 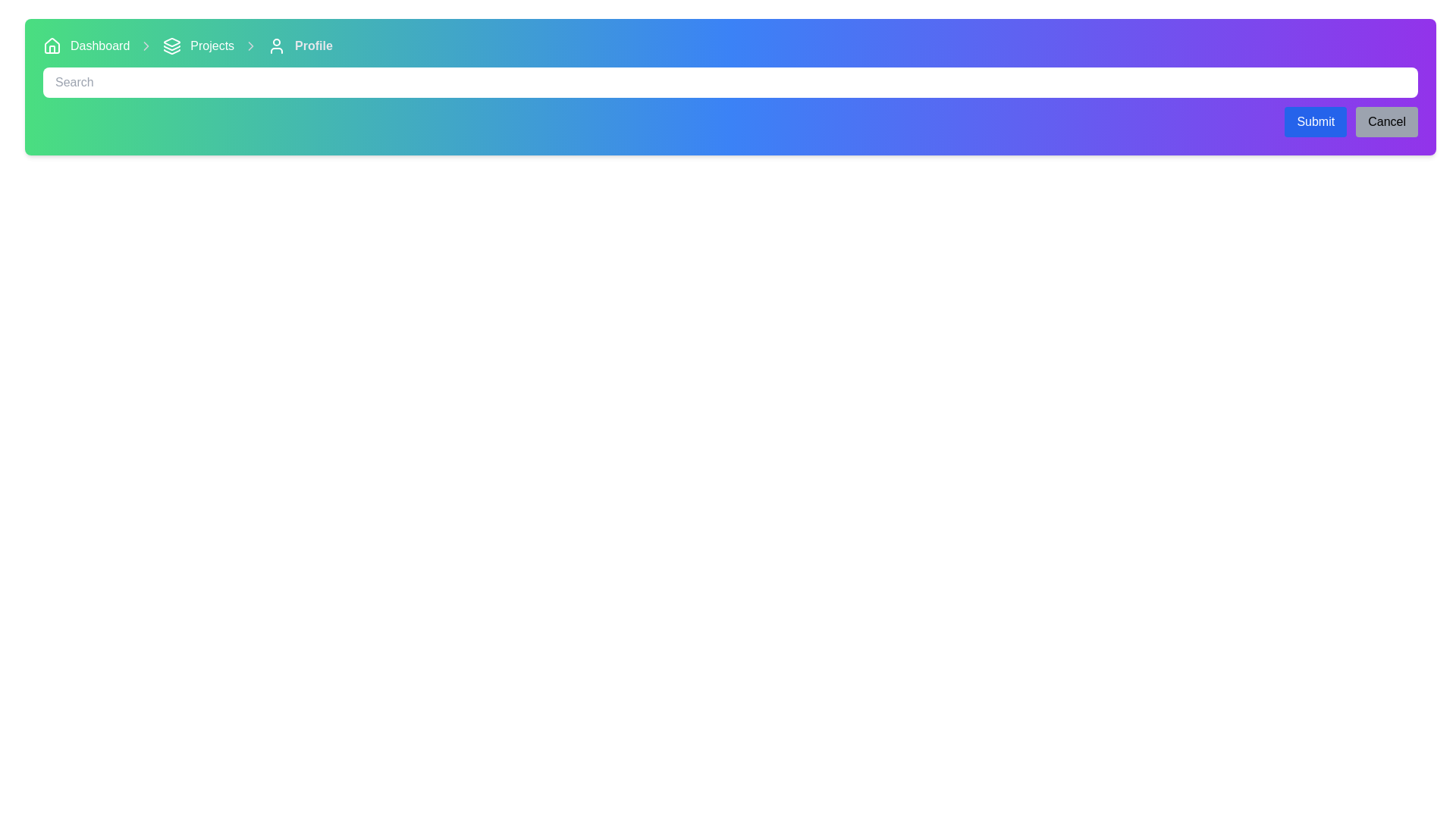 What do you see at coordinates (212, 45) in the screenshot?
I see `the third textual link in the horizontal navigation bar` at bounding box center [212, 45].